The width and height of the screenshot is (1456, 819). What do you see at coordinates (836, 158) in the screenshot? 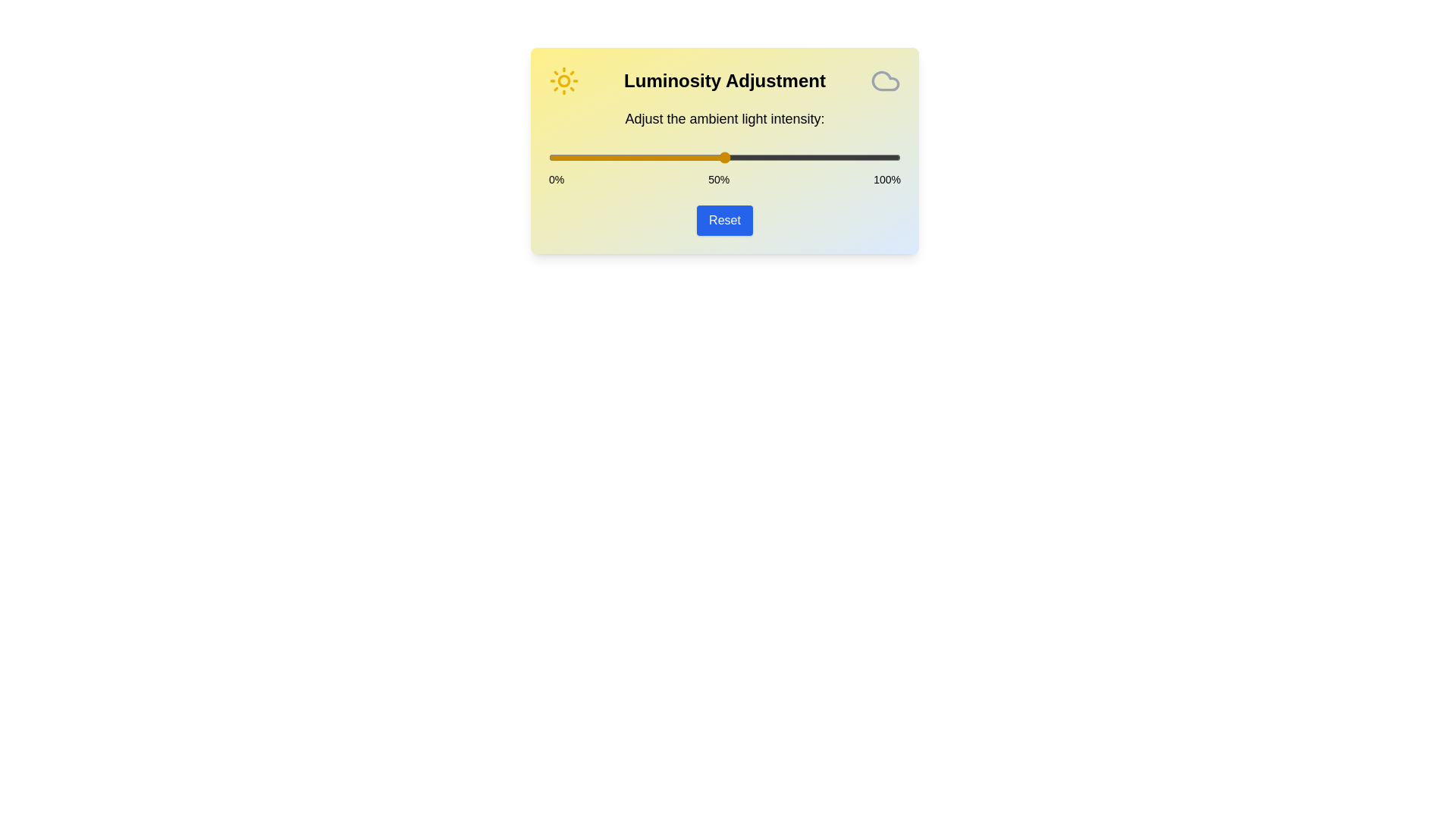
I see `the light intensity to 82% by sliding the slider` at bounding box center [836, 158].